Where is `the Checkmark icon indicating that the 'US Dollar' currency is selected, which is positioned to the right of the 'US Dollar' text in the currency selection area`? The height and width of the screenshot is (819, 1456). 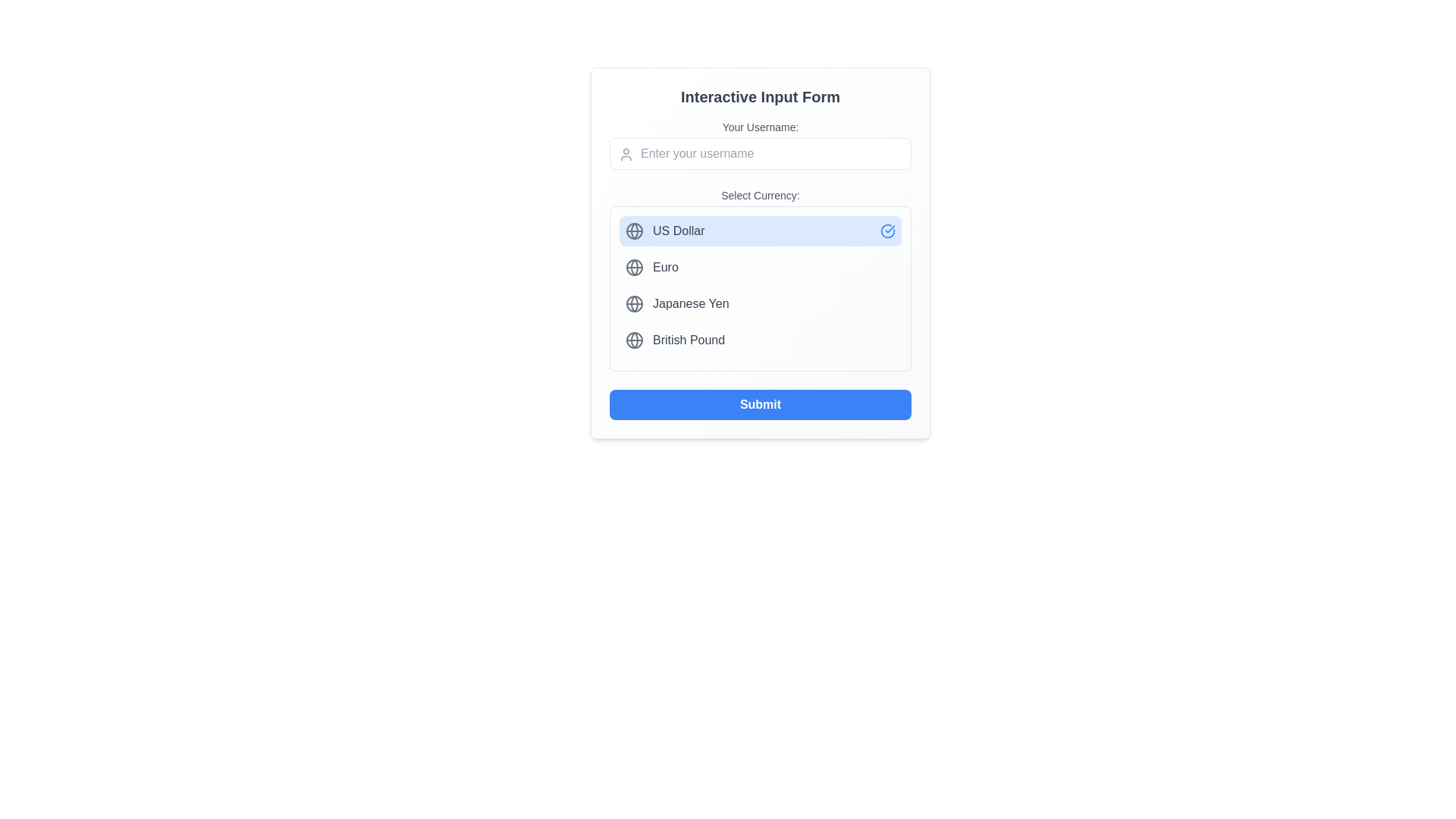 the Checkmark icon indicating that the 'US Dollar' currency is selected, which is positioned to the right of the 'US Dollar' text in the currency selection area is located at coordinates (888, 231).